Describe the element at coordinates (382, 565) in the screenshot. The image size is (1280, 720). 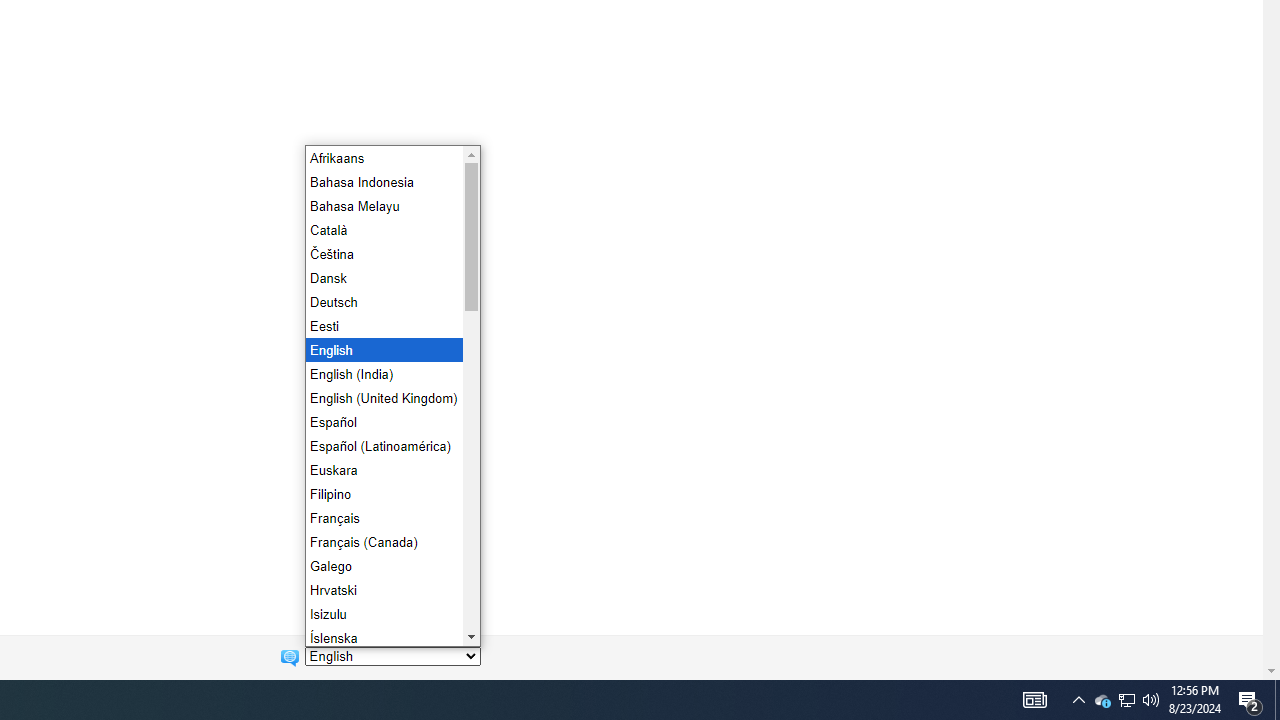
I see `'Galego'` at that location.